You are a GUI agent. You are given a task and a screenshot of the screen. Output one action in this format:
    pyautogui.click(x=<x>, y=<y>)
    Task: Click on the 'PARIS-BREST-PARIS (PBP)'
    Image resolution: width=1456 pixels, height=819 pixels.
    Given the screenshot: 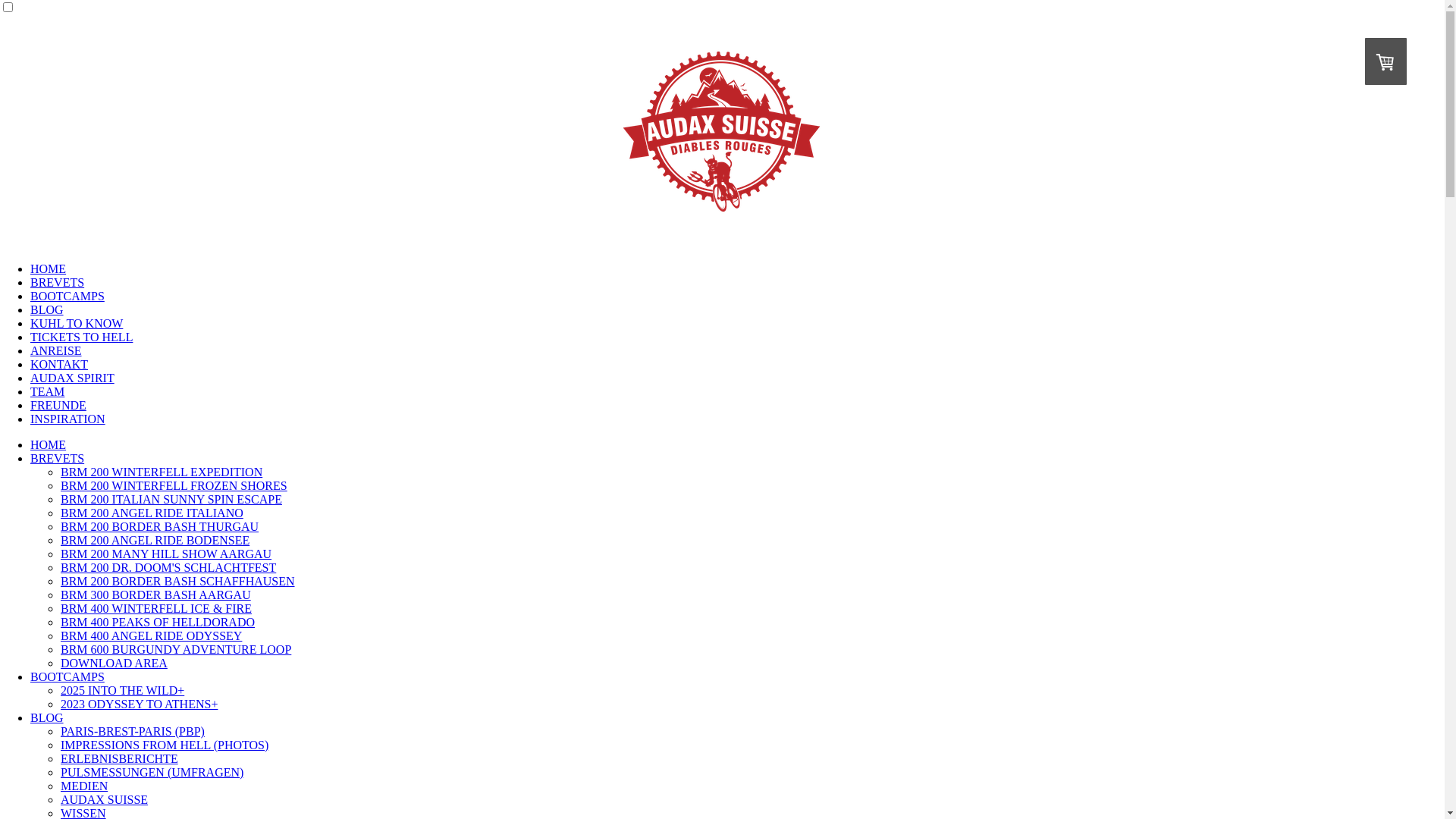 What is the action you would take?
    pyautogui.click(x=132, y=730)
    